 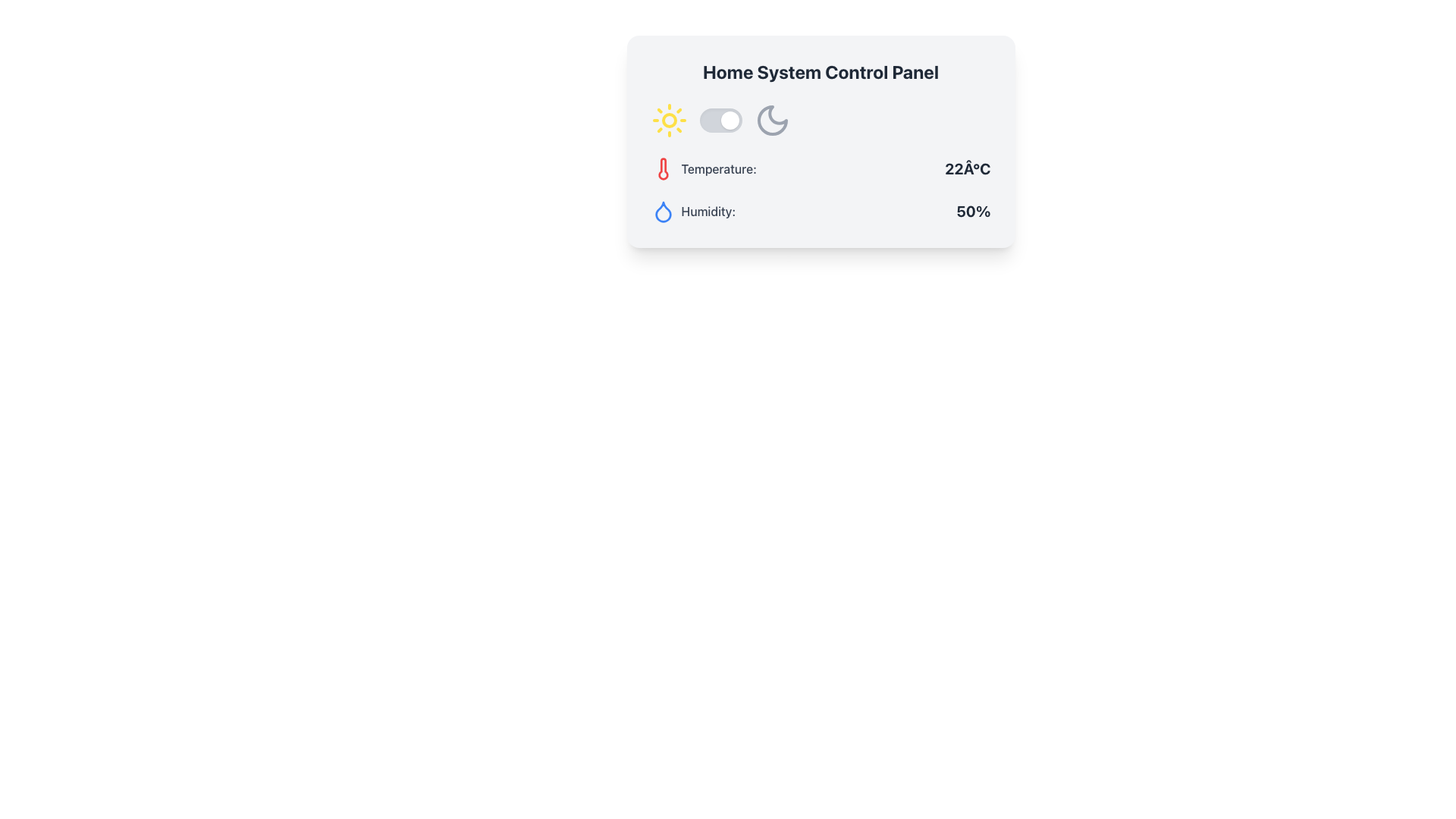 What do you see at coordinates (772, 119) in the screenshot?
I see `the gray crescent moon icon located in the top-right corner of the 'Home System Control Panel', next to the sun icon and toggle switch` at bounding box center [772, 119].